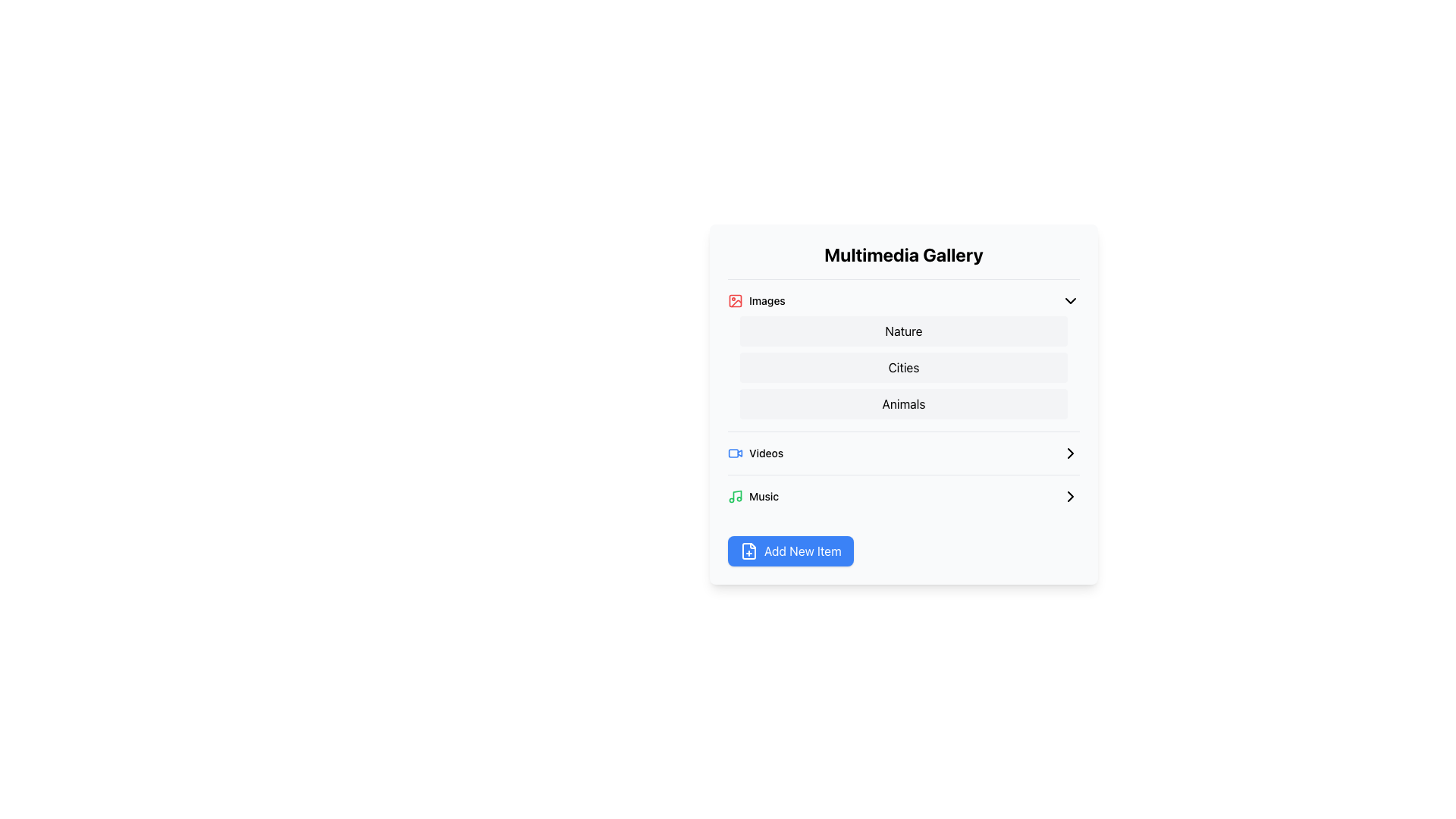 The image size is (1456, 819). Describe the element at coordinates (767, 301) in the screenshot. I see `the 'Images' text label, which is styled with a medium font weight and is positioned to the right of a small picture icon within the 'Multimedia Gallery' menu` at that location.